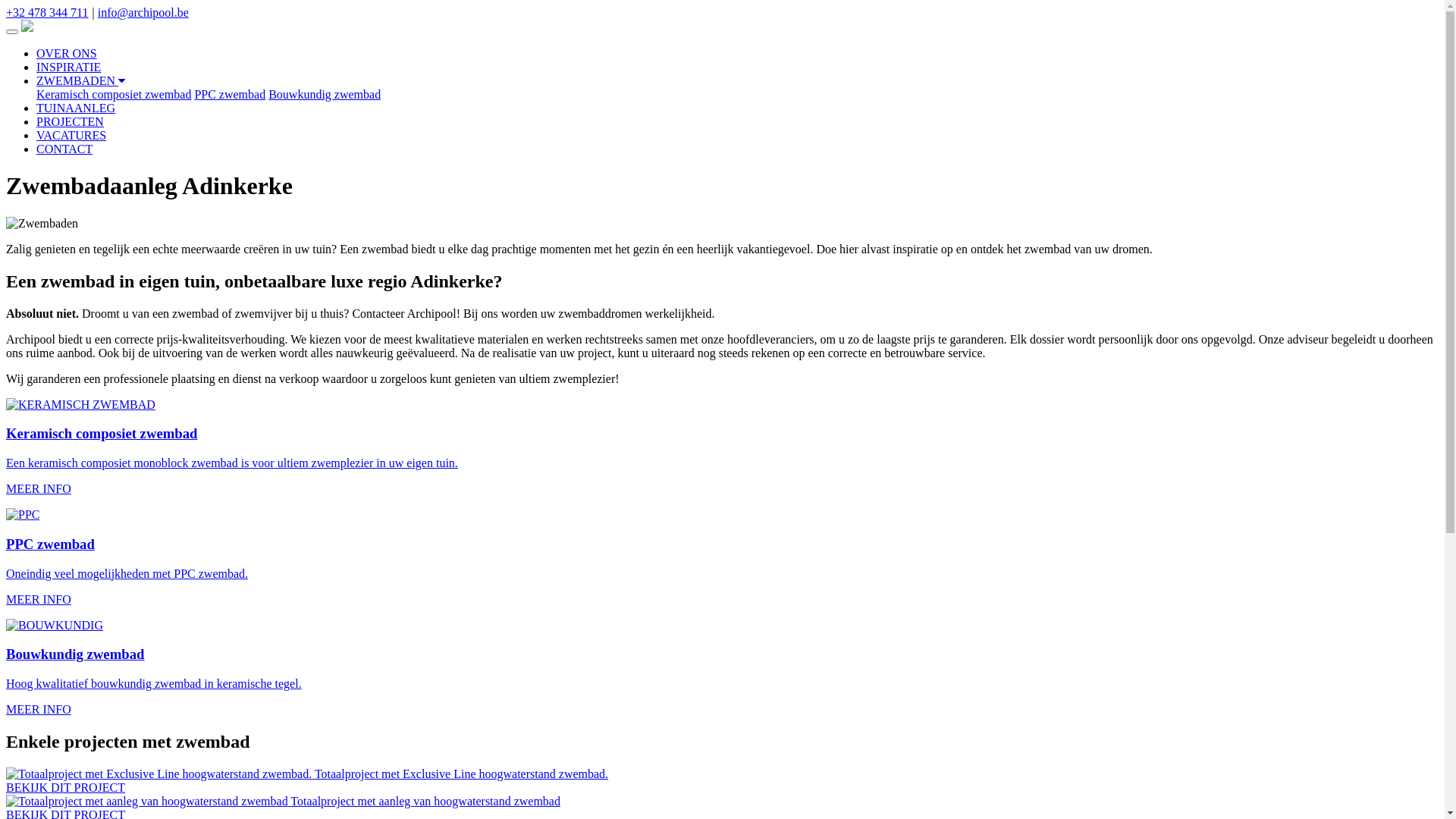  Describe the element at coordinates (75, 107) in the screenshot. I see `'TUINAANLEG'` at that location.